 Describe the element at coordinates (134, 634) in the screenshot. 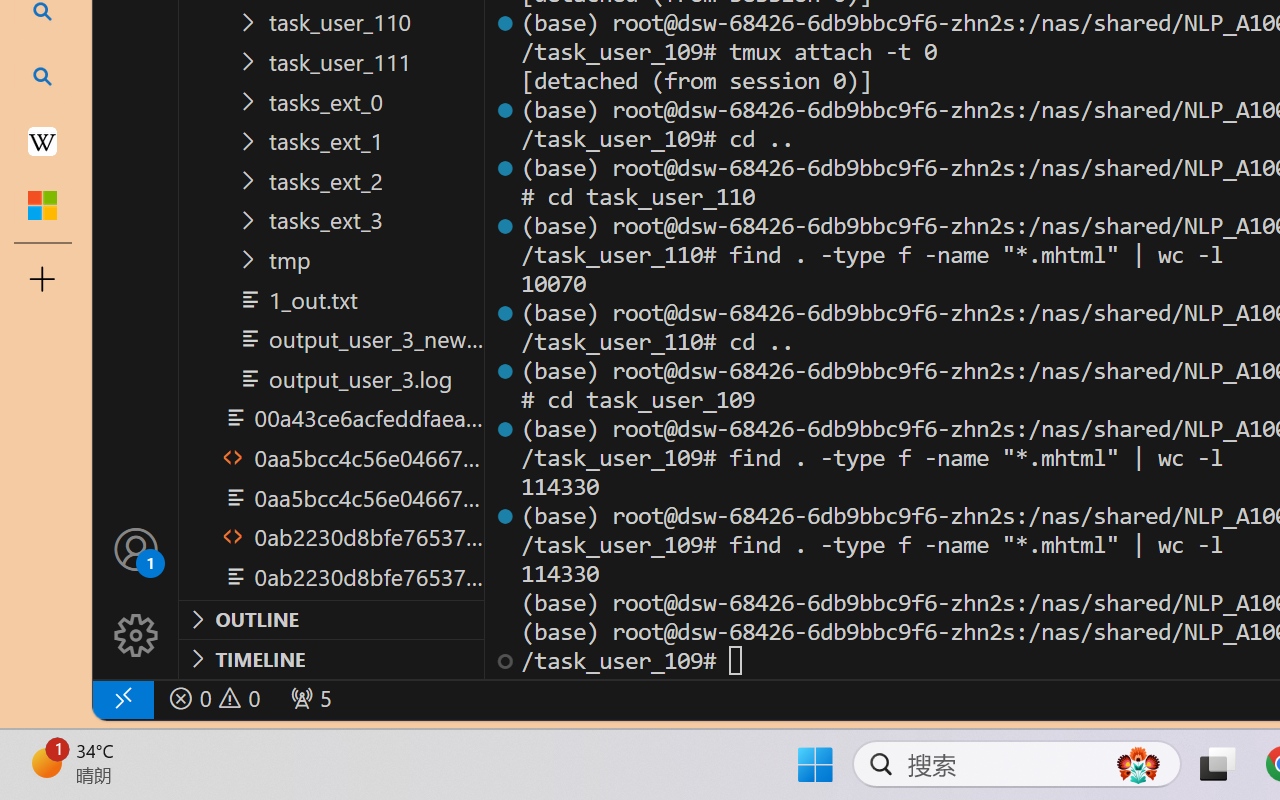

I see `'Manage'` at that location.